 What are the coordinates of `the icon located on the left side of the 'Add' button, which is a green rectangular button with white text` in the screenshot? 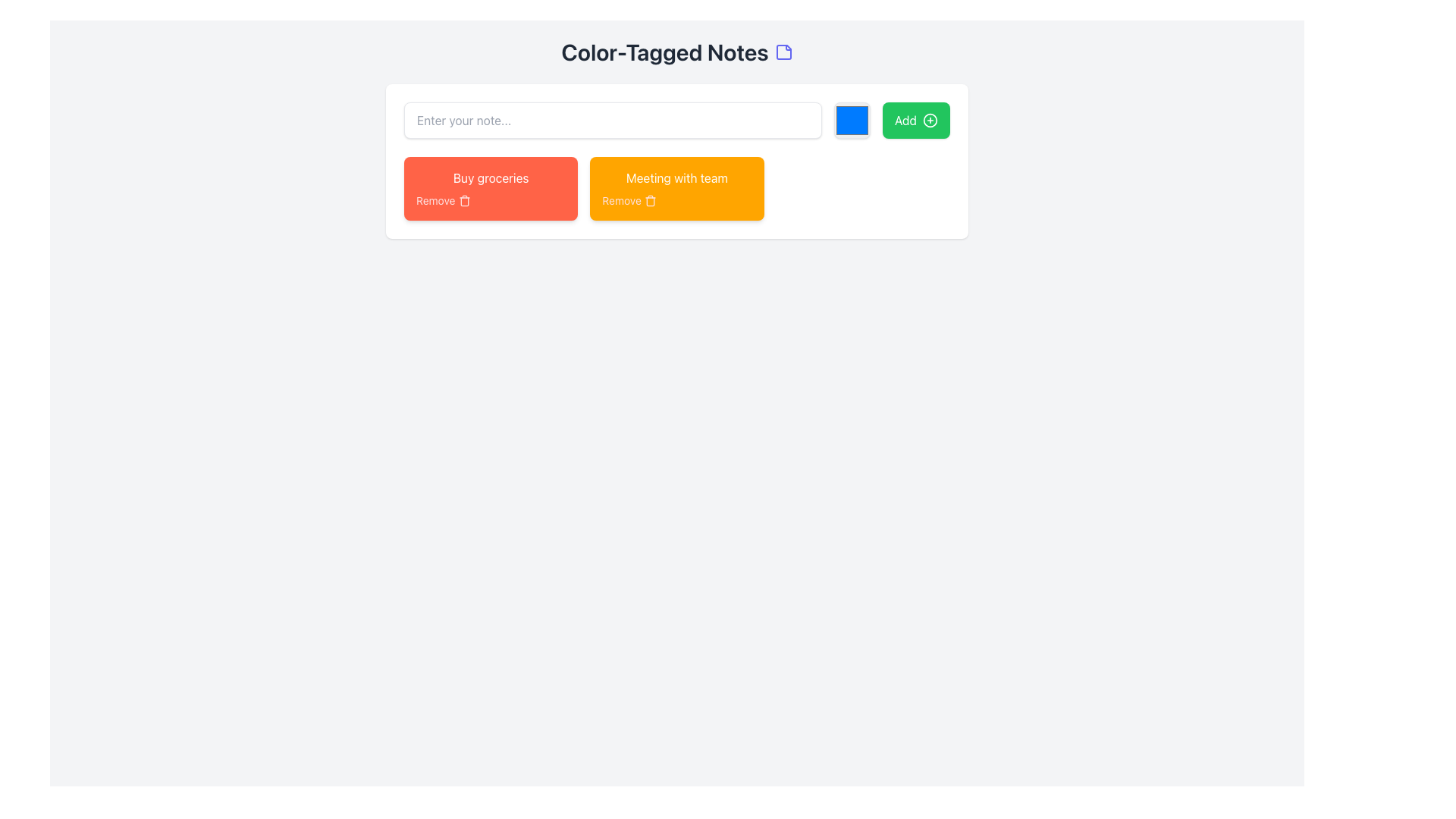 It's located at (930, 119).